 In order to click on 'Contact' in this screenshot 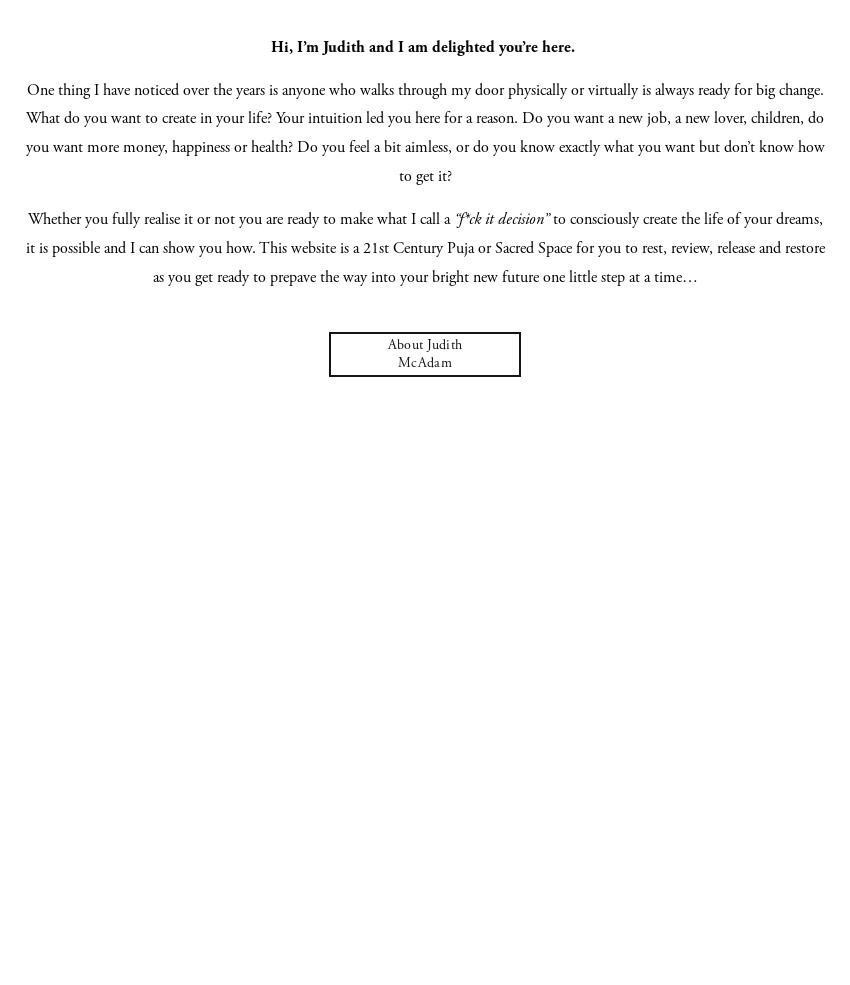, I will do `click(424, 367)`.